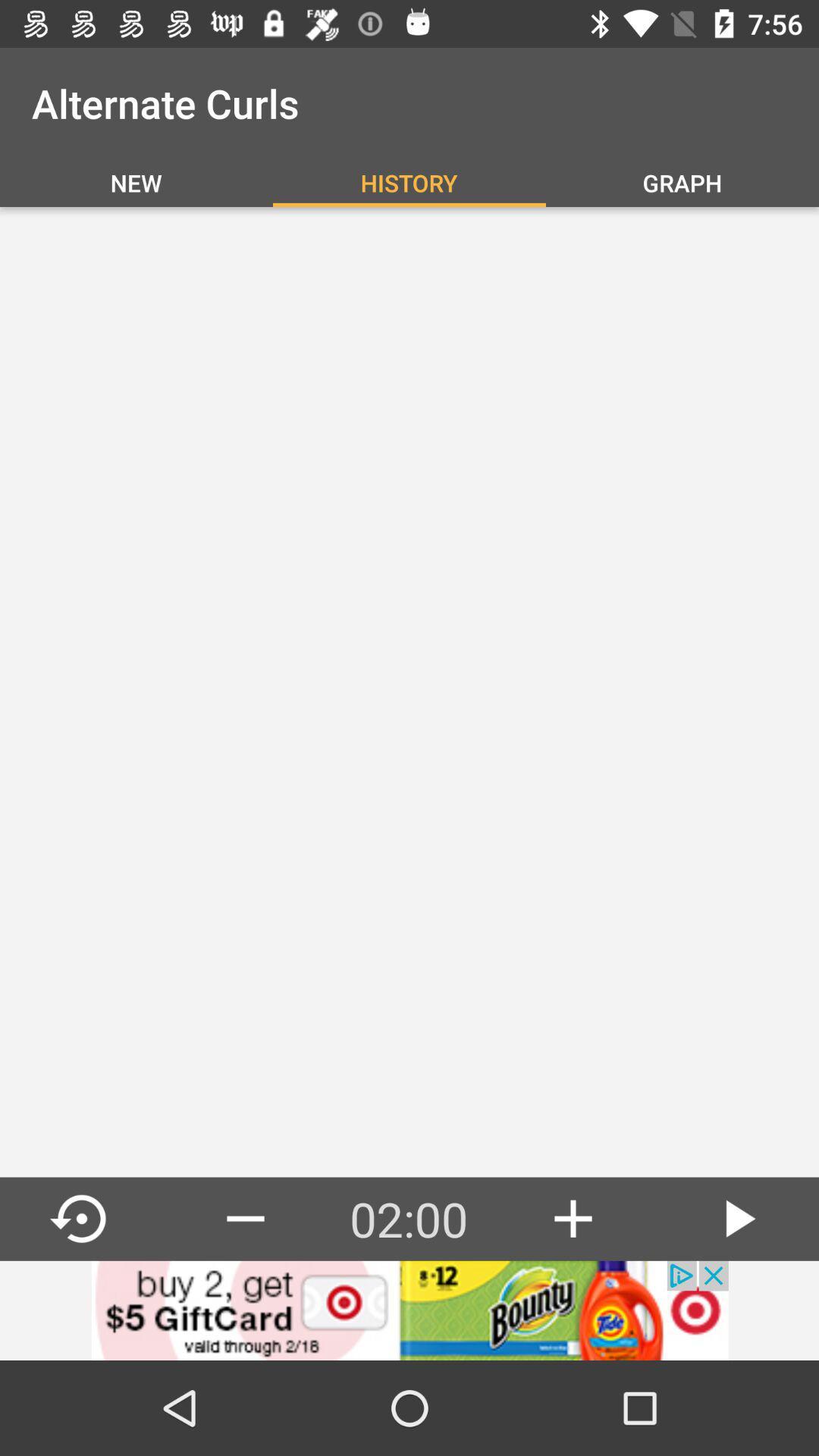  Describe the element at coordinates (409, 1310) in the screenshot. I see `advertisement` at that location.